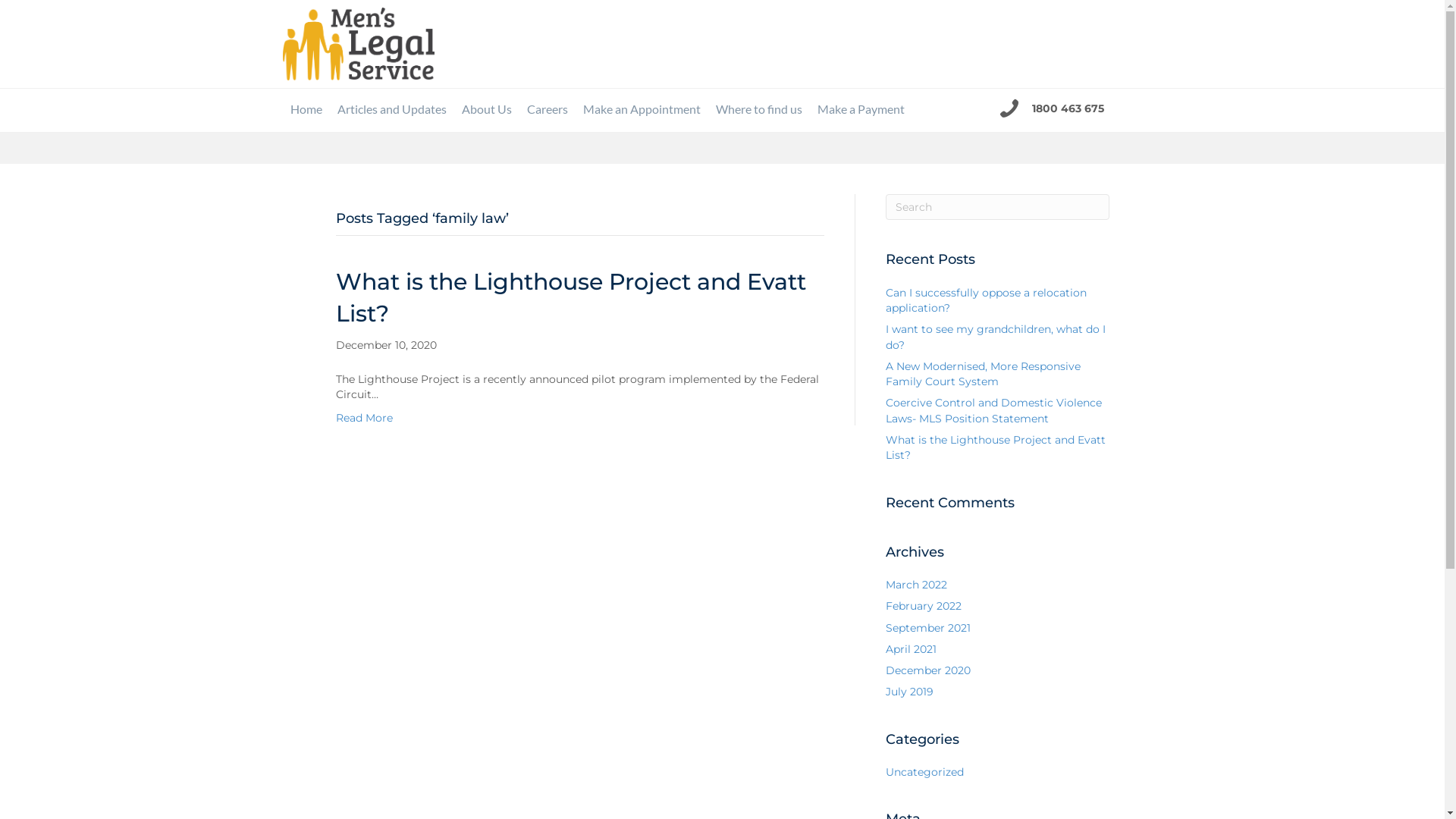 This screenshot has height=819, width=1456. Describe the element at coordinates (927, 669) in the screenshot. I see `'December 2020'` at that location.